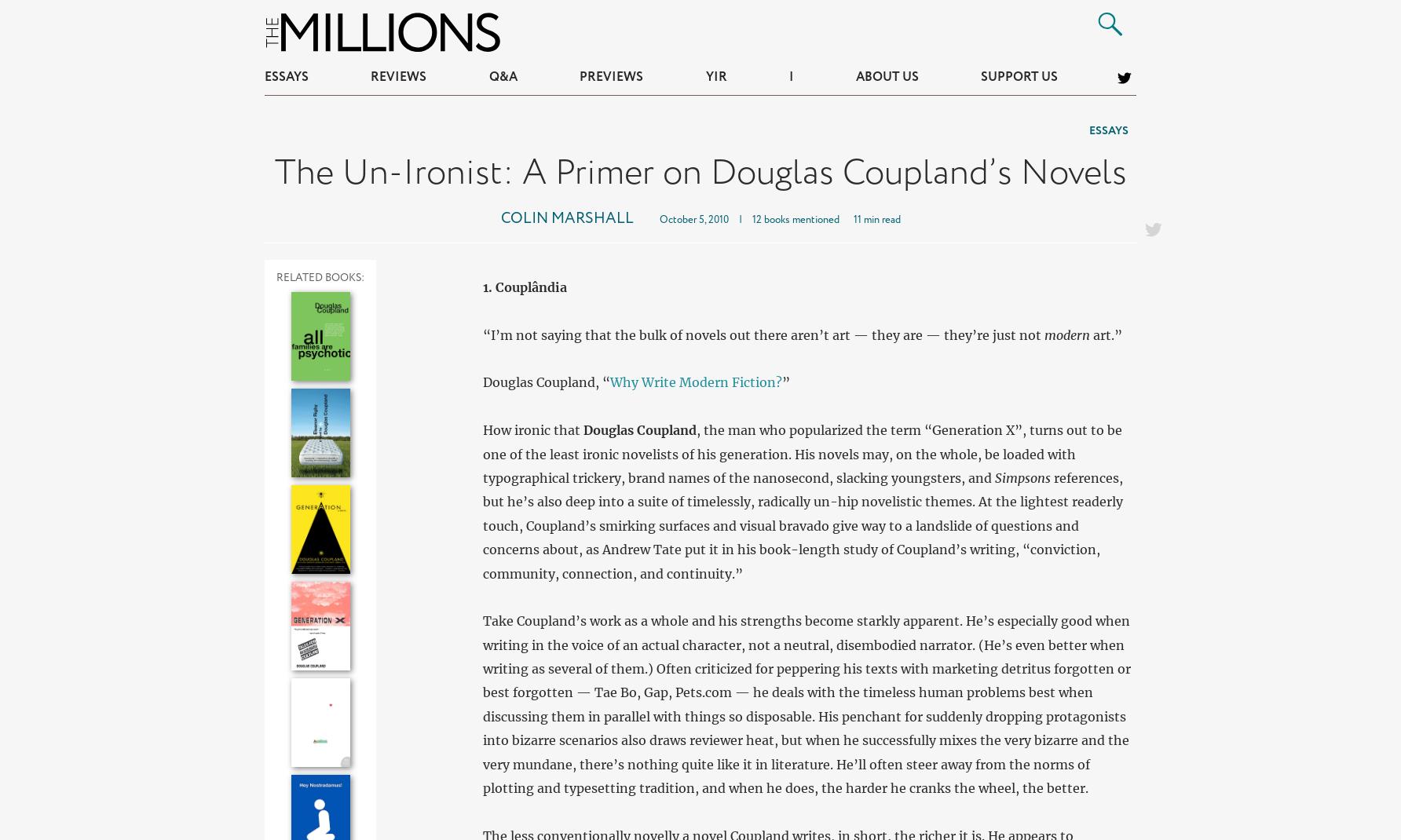 This screenshot has height=840, width=1401. I want to click on 'The Un-Ironist: A Primer on Douglas Coupland’s Novels', so click(699, 172).